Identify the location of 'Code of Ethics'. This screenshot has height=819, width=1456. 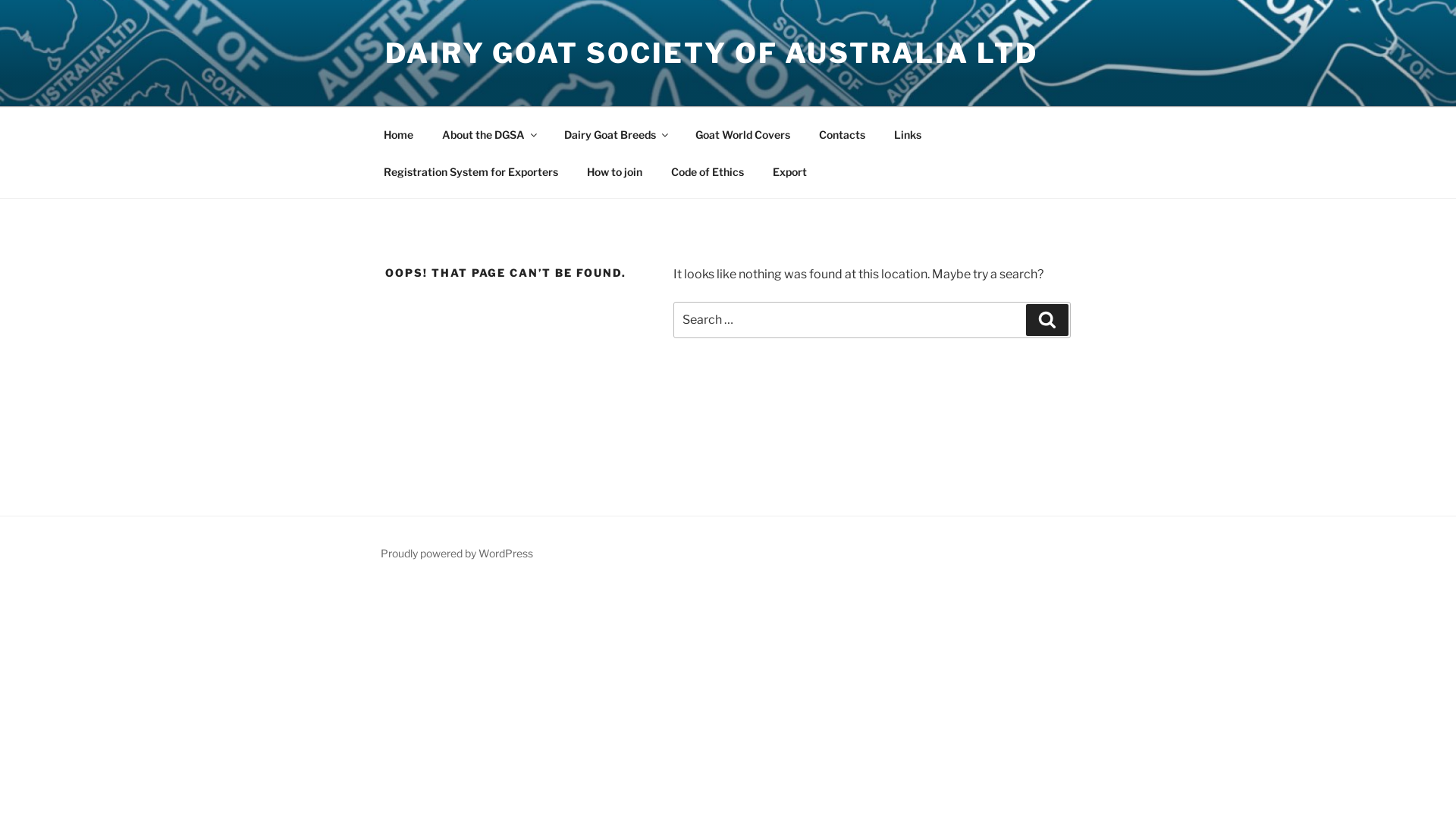
(706, 171).